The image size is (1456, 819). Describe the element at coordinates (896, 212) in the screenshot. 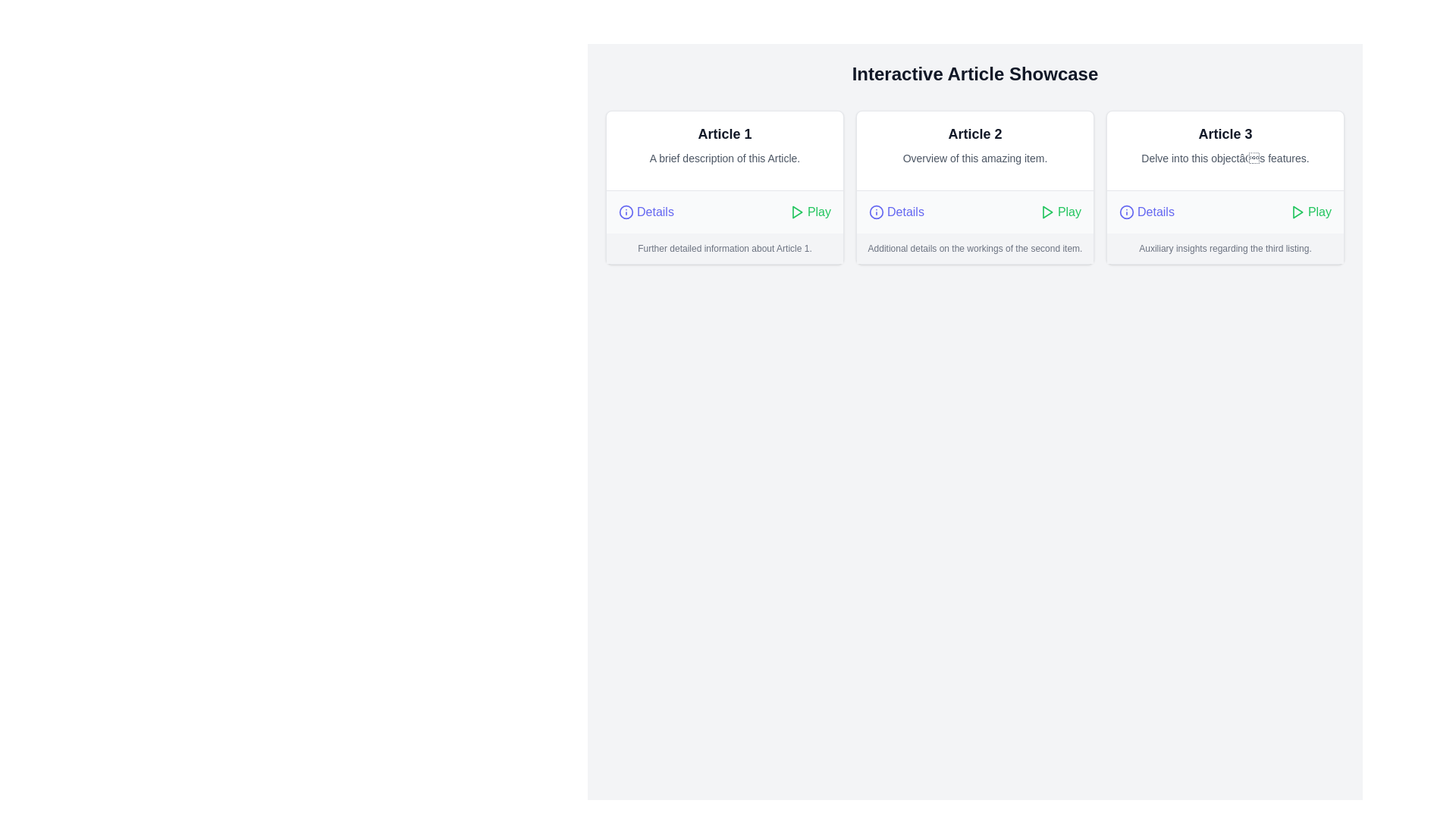

I see `the button or hyperlink located at the center of the 'Article 2' card's footer` at that location.